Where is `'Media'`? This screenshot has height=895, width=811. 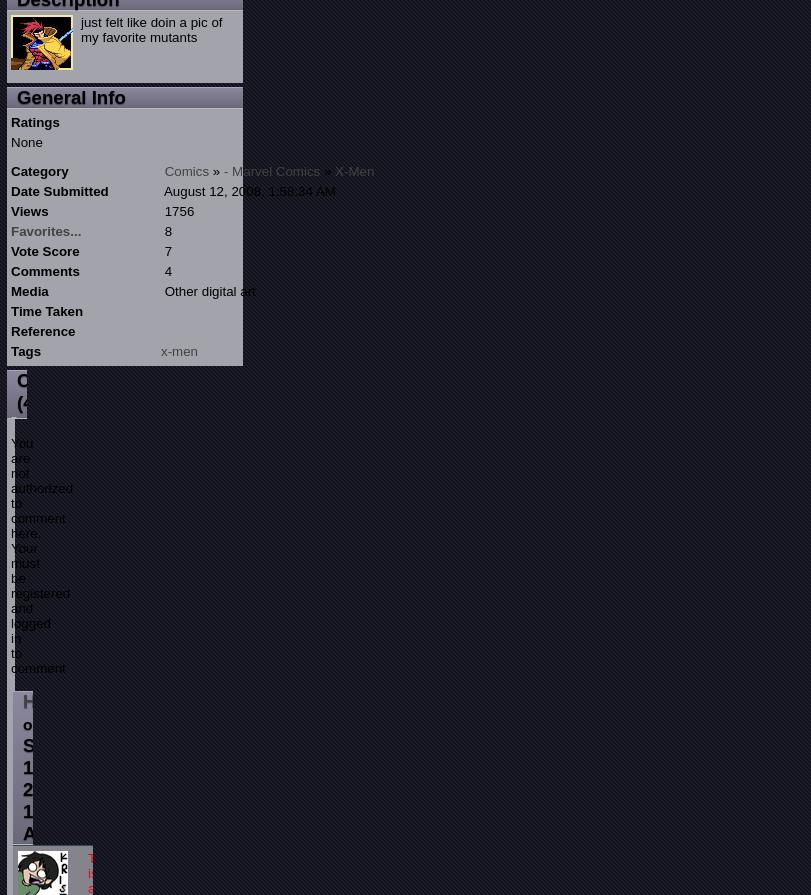 'Media' is located at coordinates (11, 290).